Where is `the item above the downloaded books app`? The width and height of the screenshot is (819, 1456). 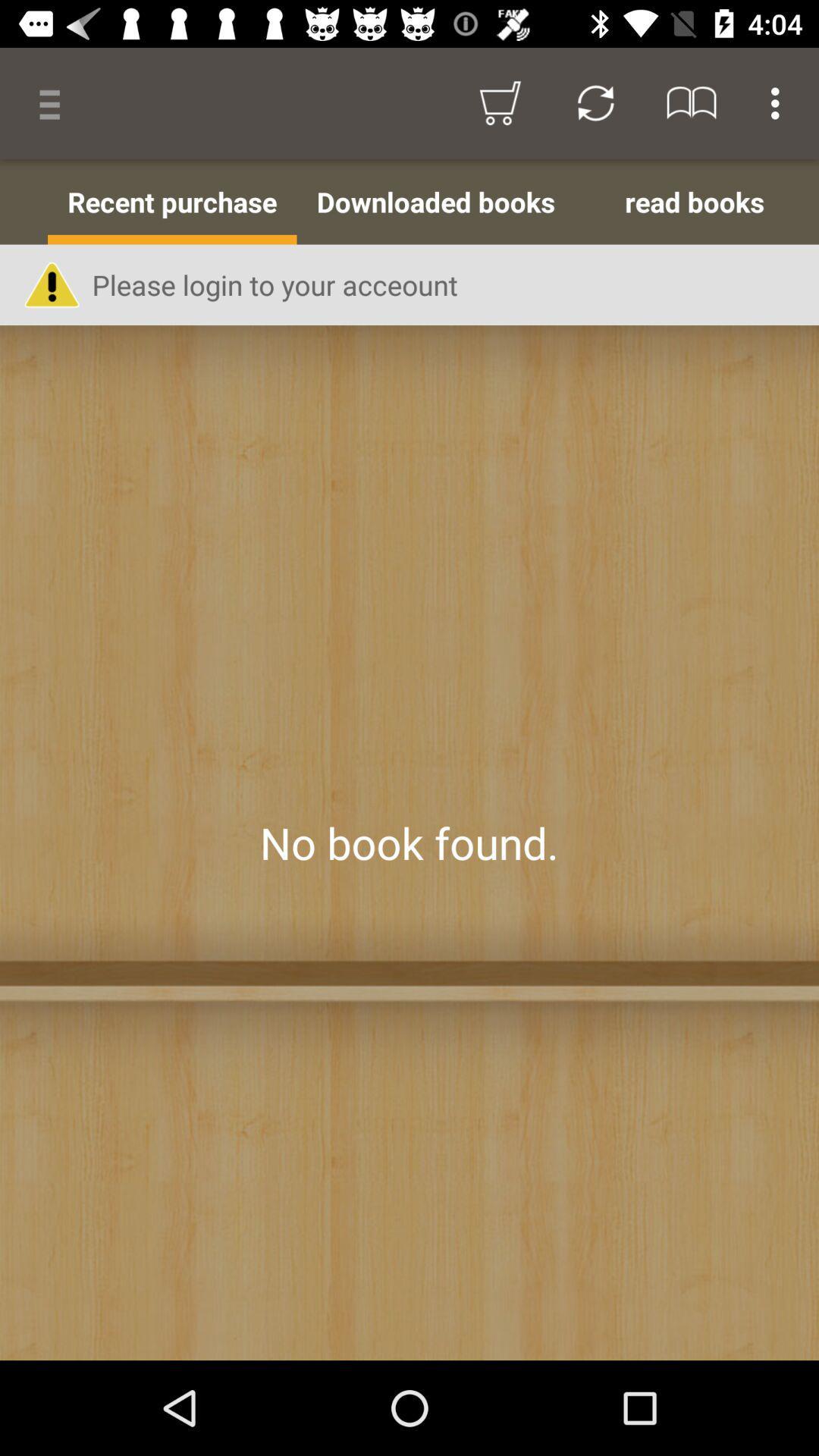 the item above the downloaded books app is located at coordinates (595, 102).